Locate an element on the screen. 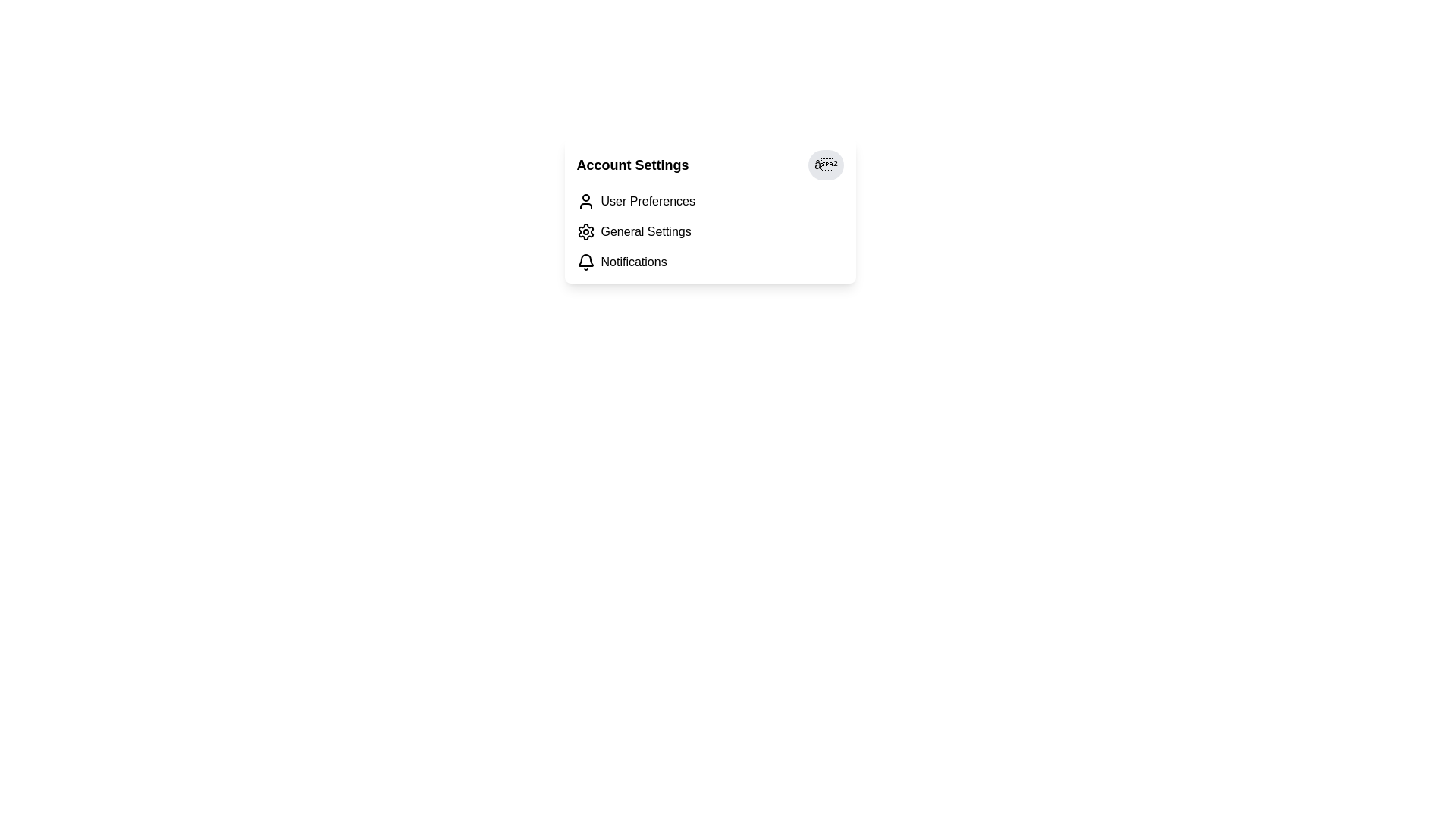 This screenshot has width=1456, height=819. the 'General Settings' menu item, which is the second item in the vertical list under 'Account Settings' is located at coordinates (709, 231).